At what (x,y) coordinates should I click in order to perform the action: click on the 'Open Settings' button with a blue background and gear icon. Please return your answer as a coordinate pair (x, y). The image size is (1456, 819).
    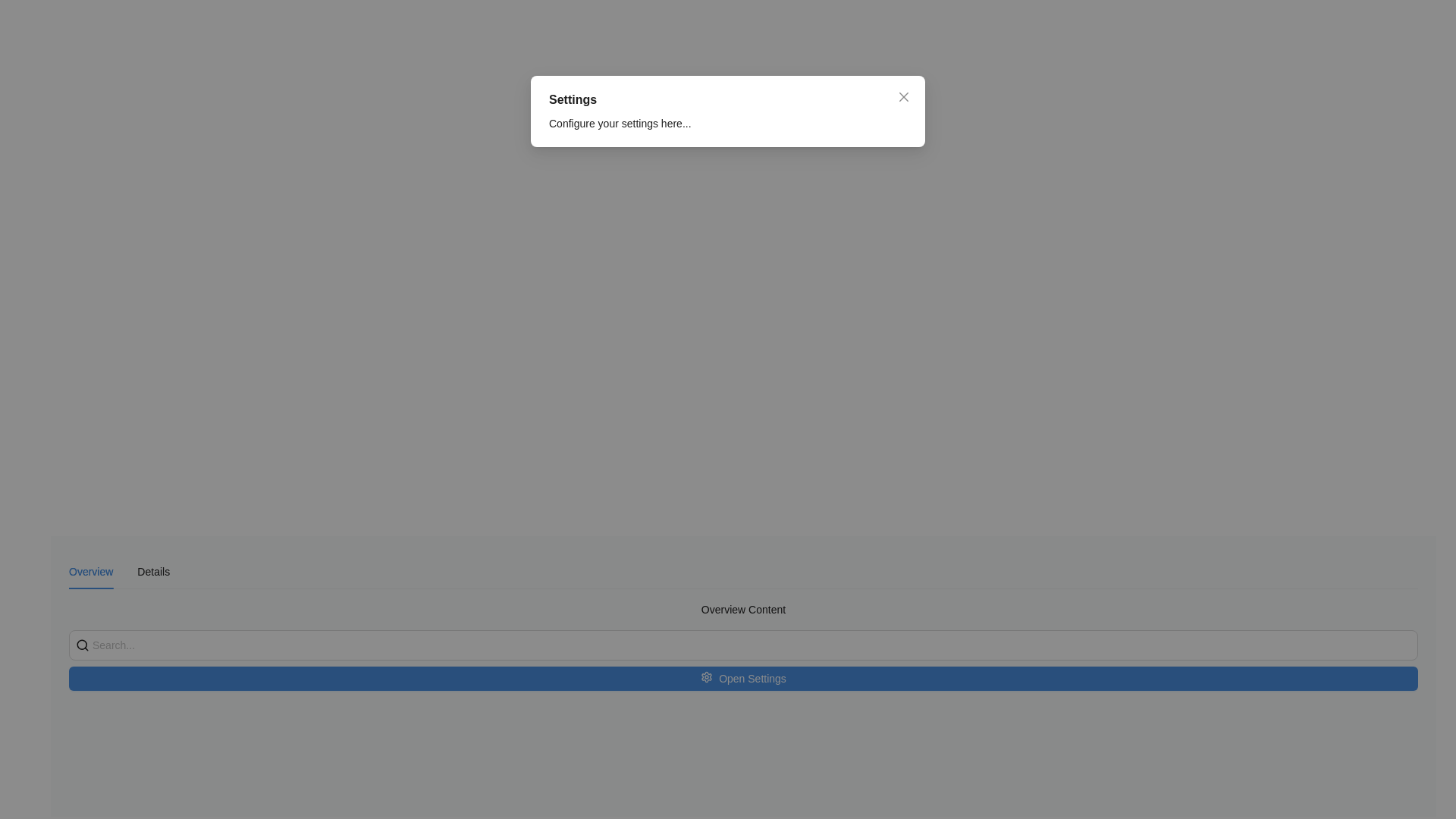
    Looking at the image, I should click on (743, 677).